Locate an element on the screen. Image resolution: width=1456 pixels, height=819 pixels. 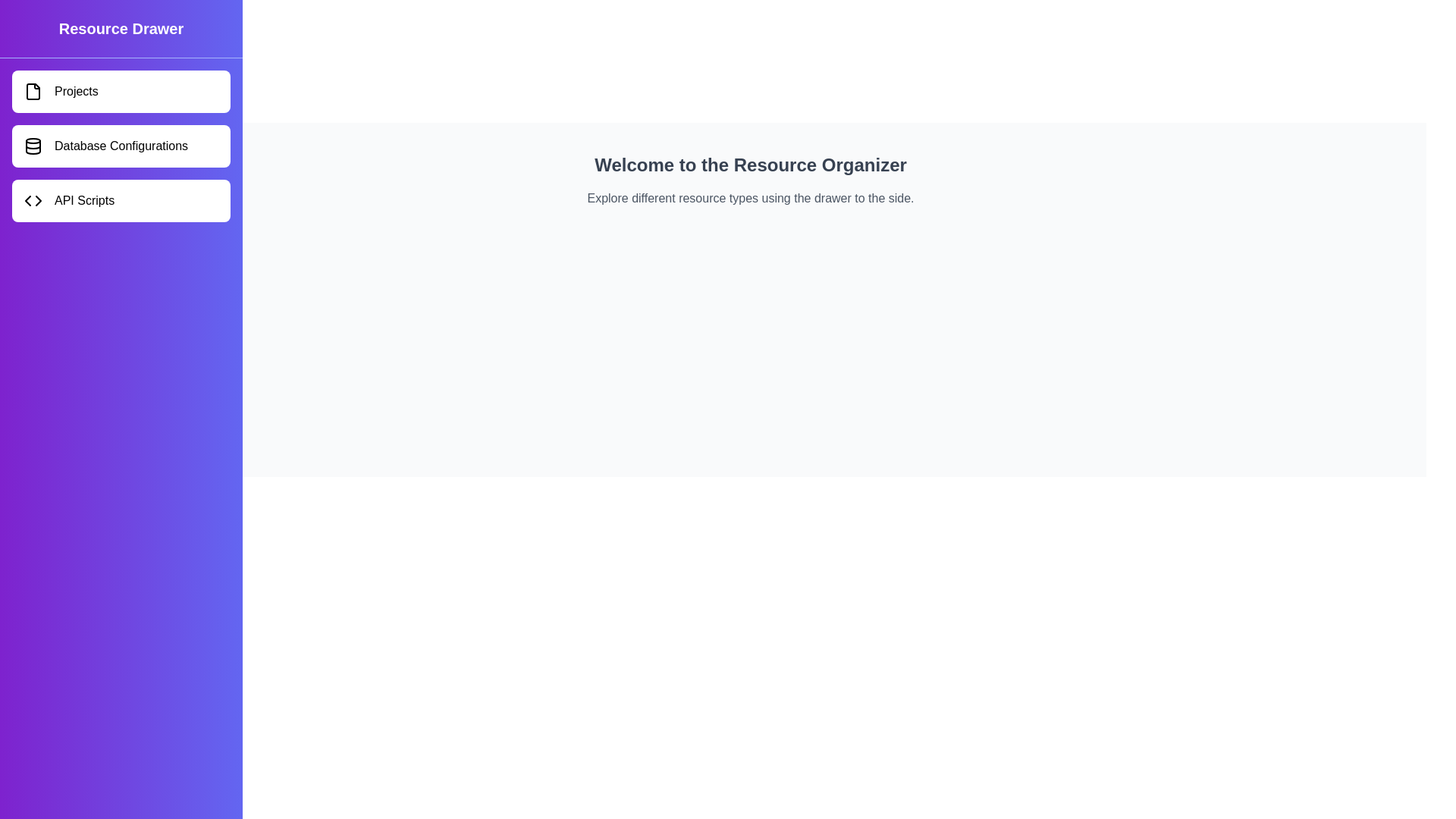
the text 'Welcome to the Resource Organizer' in the main content area is located at coordinates (750, 165).